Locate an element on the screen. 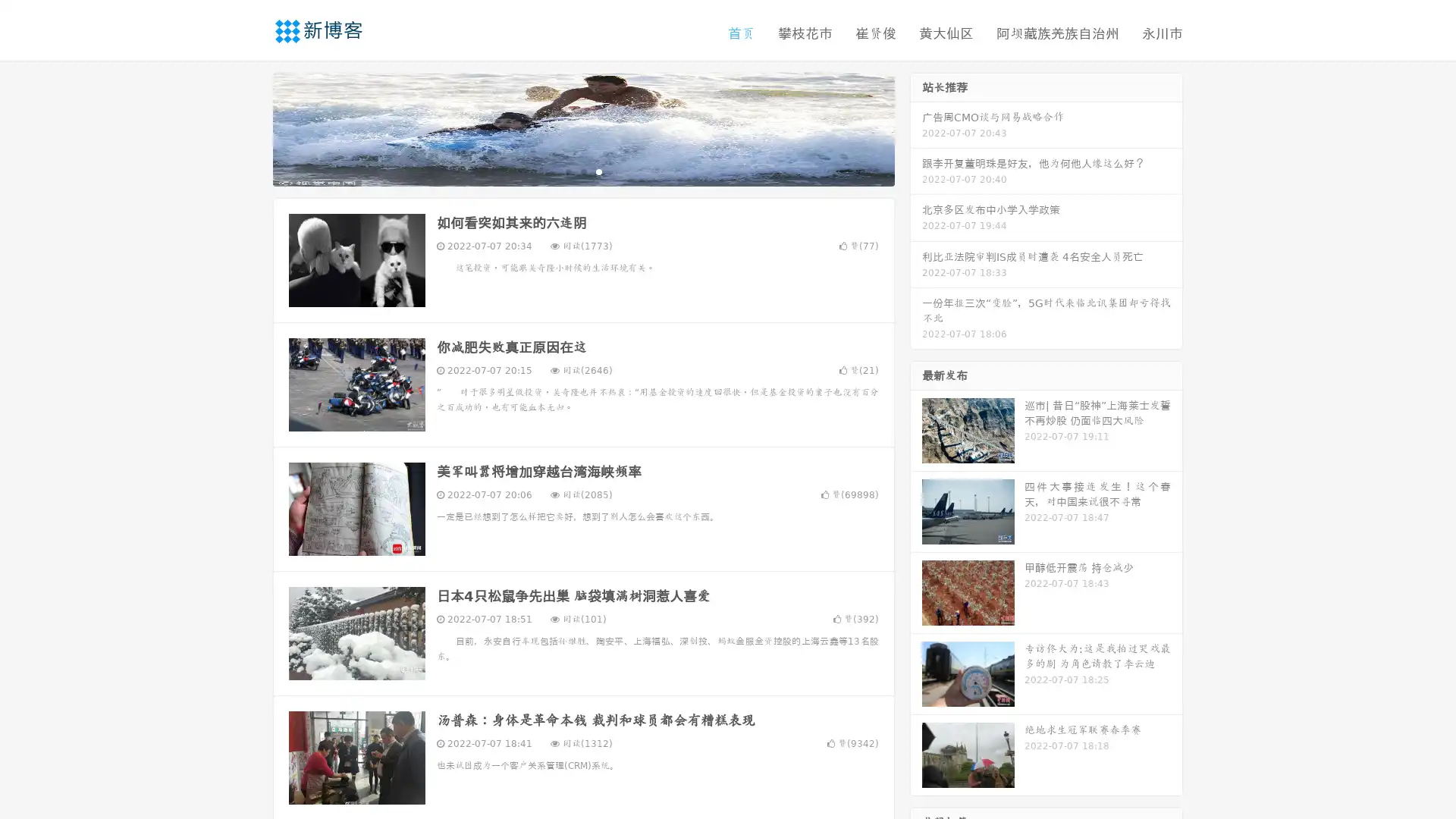 The image size is (1456, 819). Previous slide is located at coordinates (250, 127).